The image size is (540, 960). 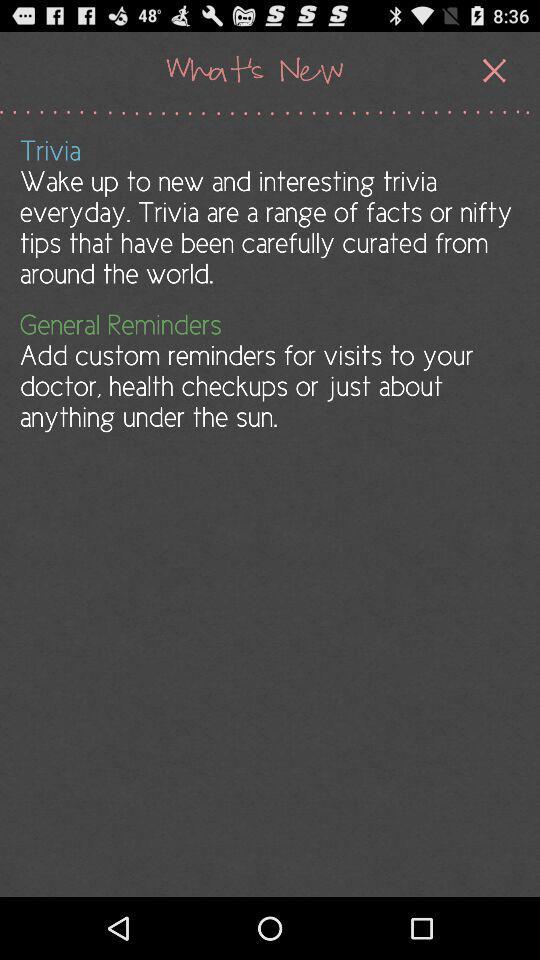 I want to click on the icon at the center, so click(x=268, y=370).